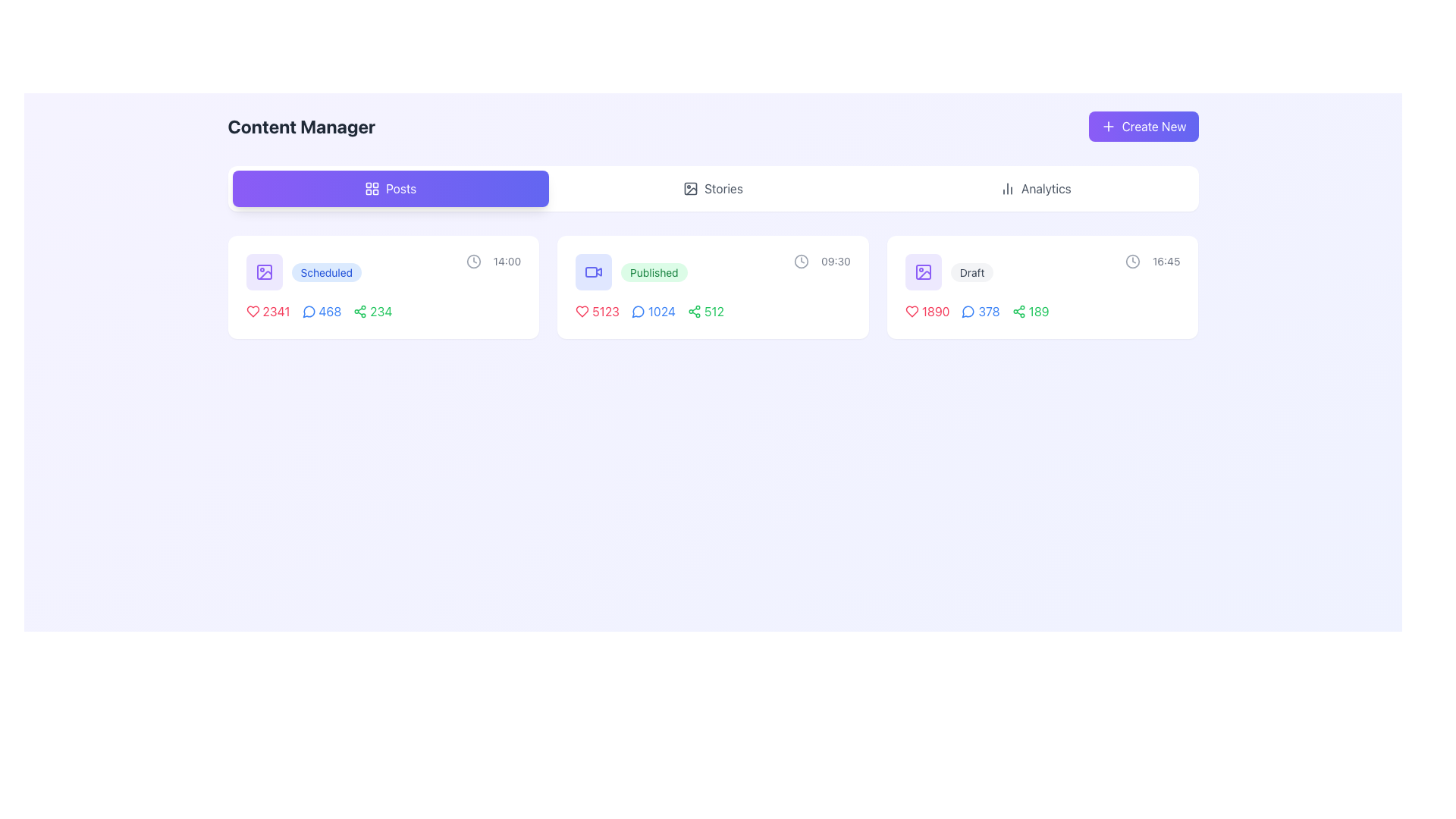 The image size is (1456, 819). I want to click on the 'Stories' button, which is the second button in a horizontal group at the top-center of the interface, so click(712, 188).